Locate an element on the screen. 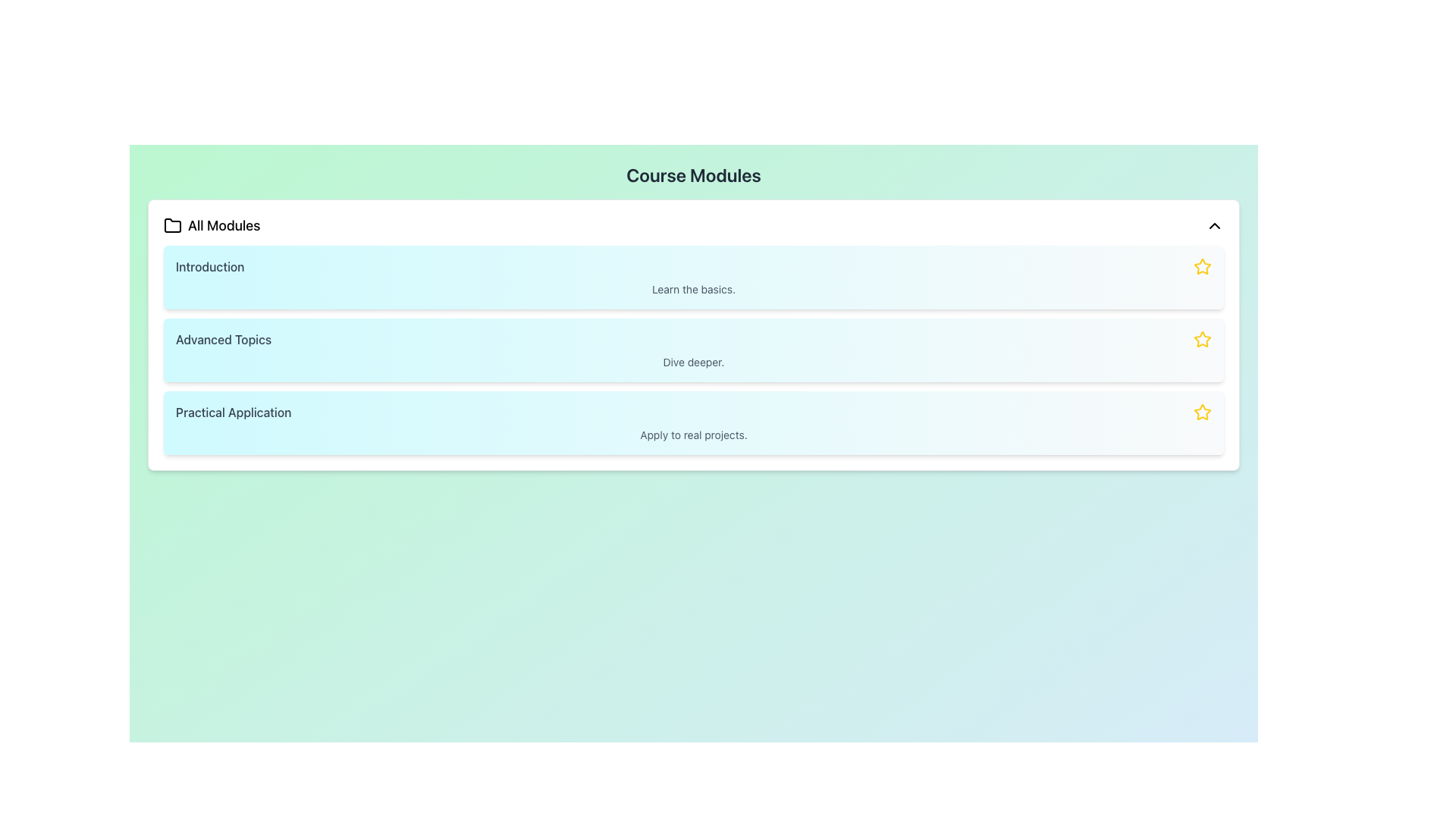  the folder icon located at the top left corner of the card, next to the text 'All Modules' is located at coordinates (172, 225).